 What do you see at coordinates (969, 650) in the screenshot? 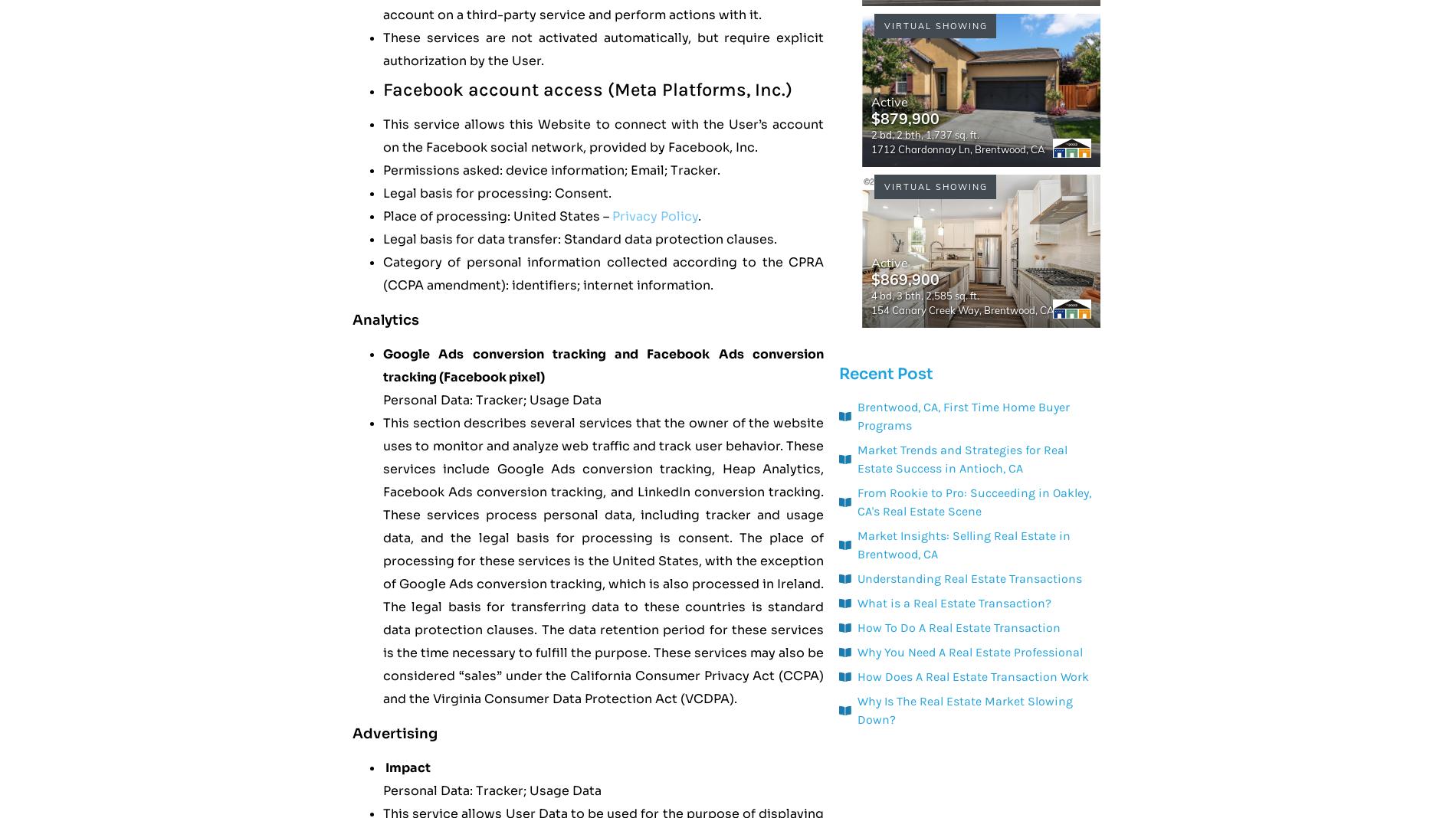
I see `'Why You Need A Real Estate Professional'` at bounding box center [969, 650].